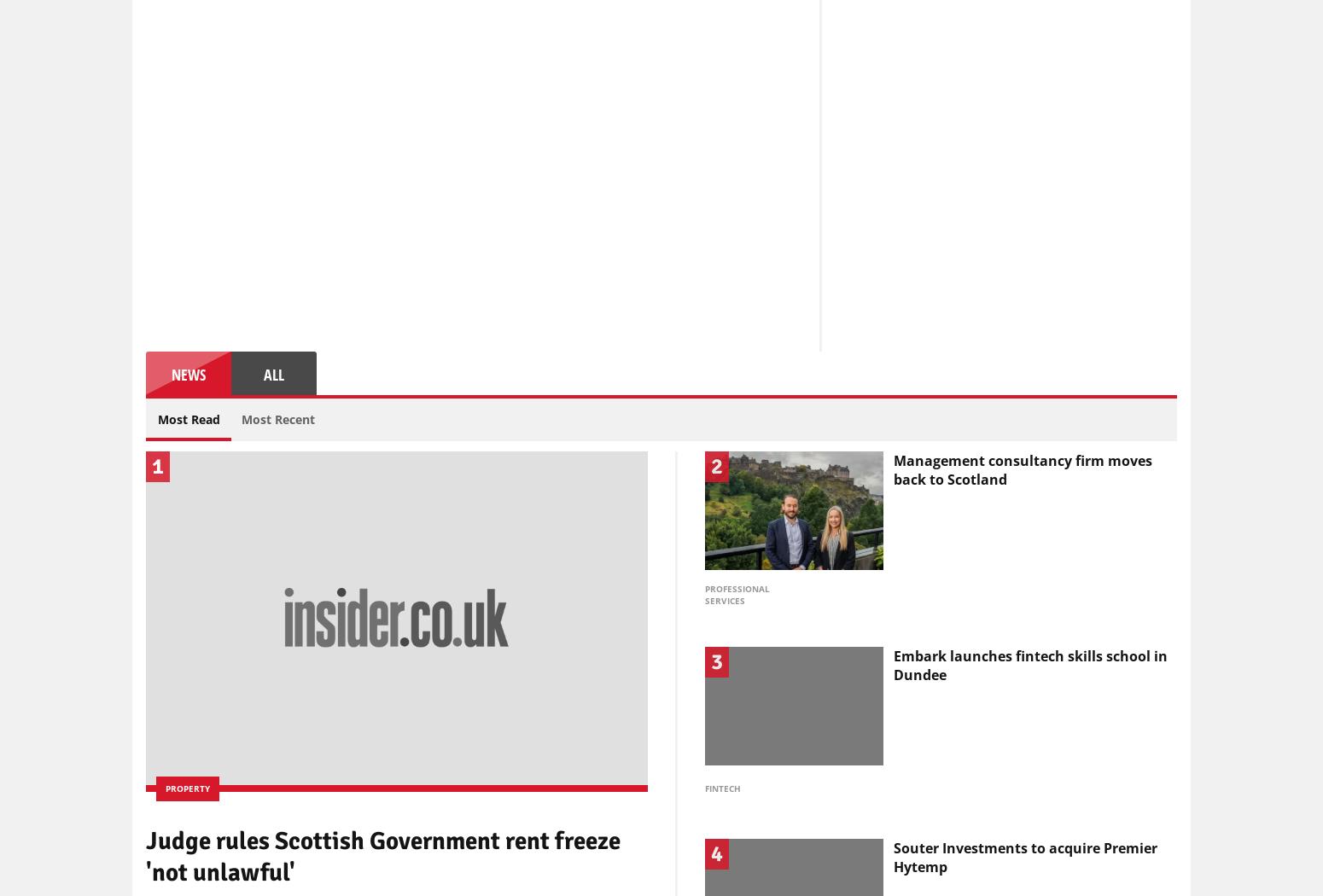 The height and width of the screenshot is (896, 1323). Describe the element at coordinates (186, 787) in the screenshot. I see `'Property'` at that location.